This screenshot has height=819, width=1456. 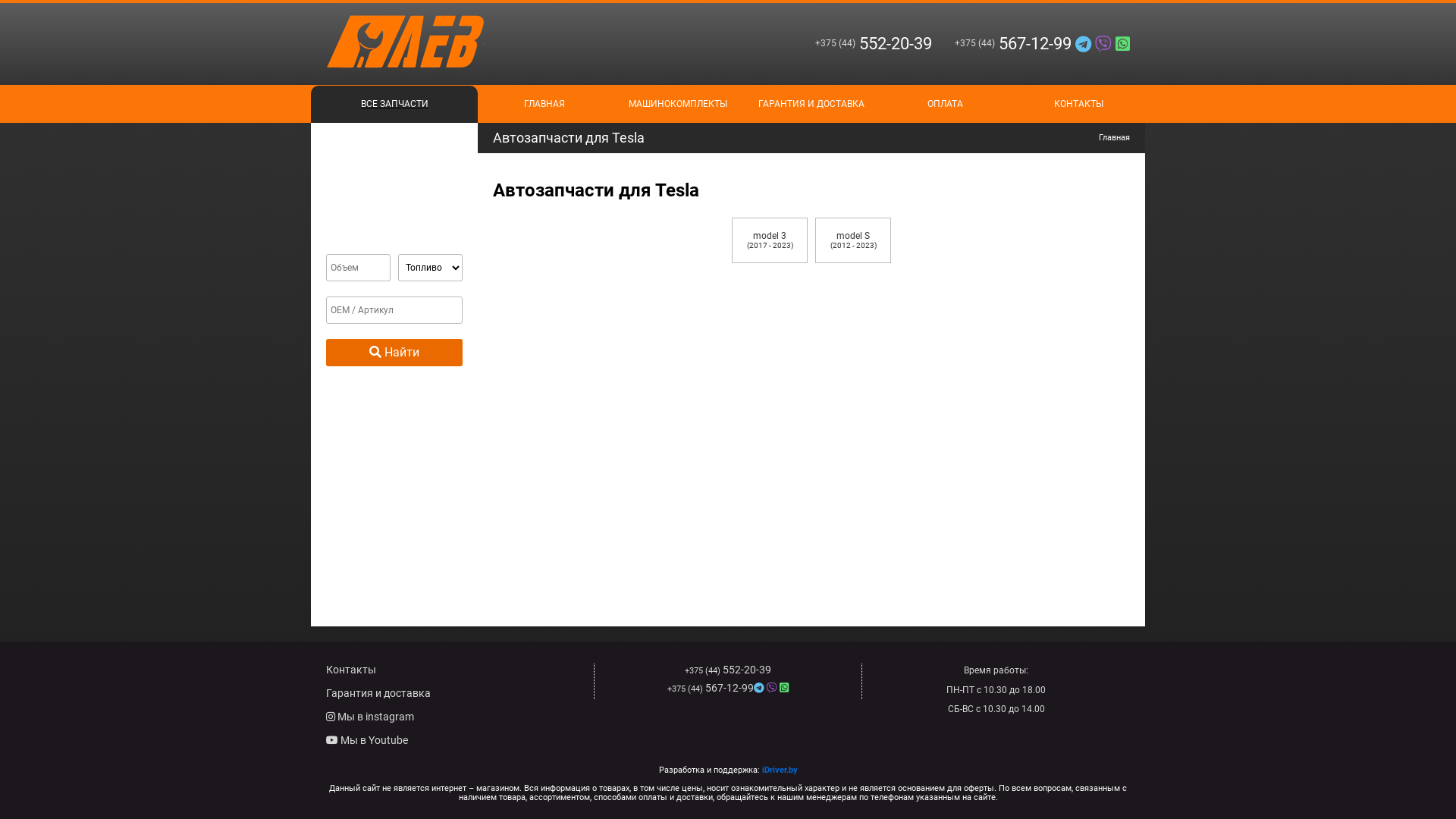 What do you see at coordinates (862, 42) in the screenshot?
I see `'+375 (44)` at bounding box center [862, 42].